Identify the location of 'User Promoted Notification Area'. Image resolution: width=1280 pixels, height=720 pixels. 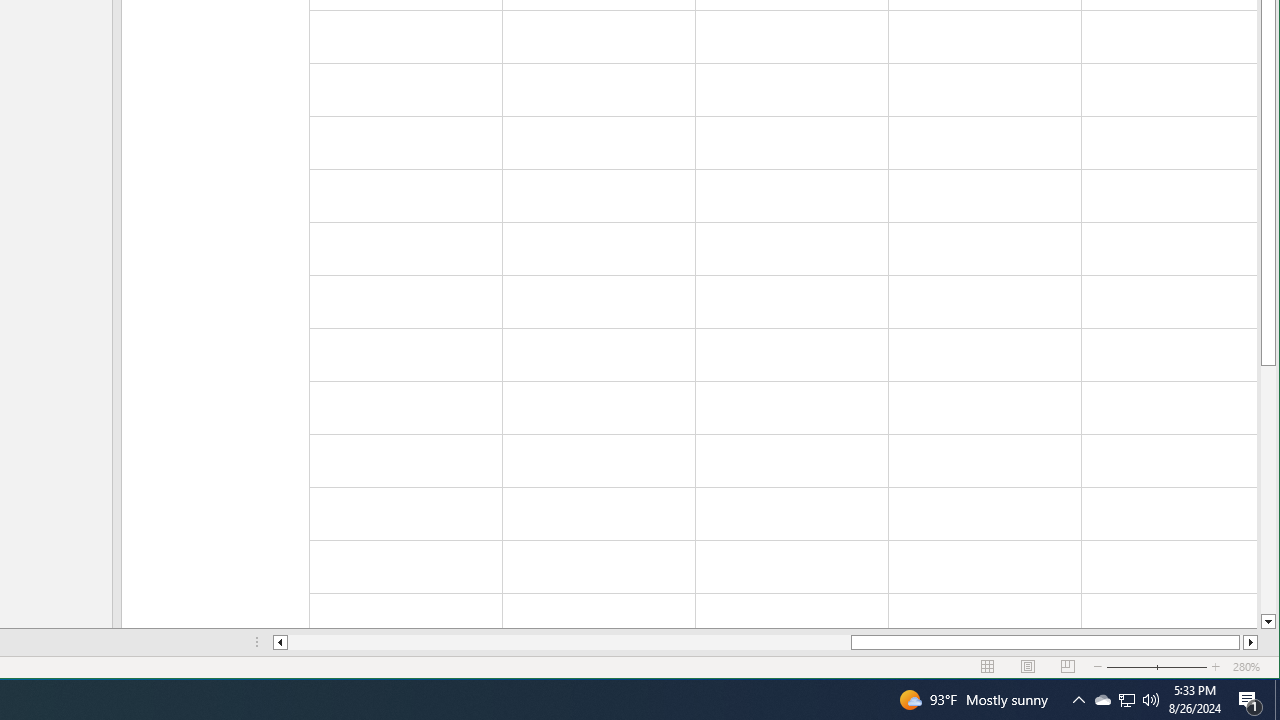
(1078, 698).